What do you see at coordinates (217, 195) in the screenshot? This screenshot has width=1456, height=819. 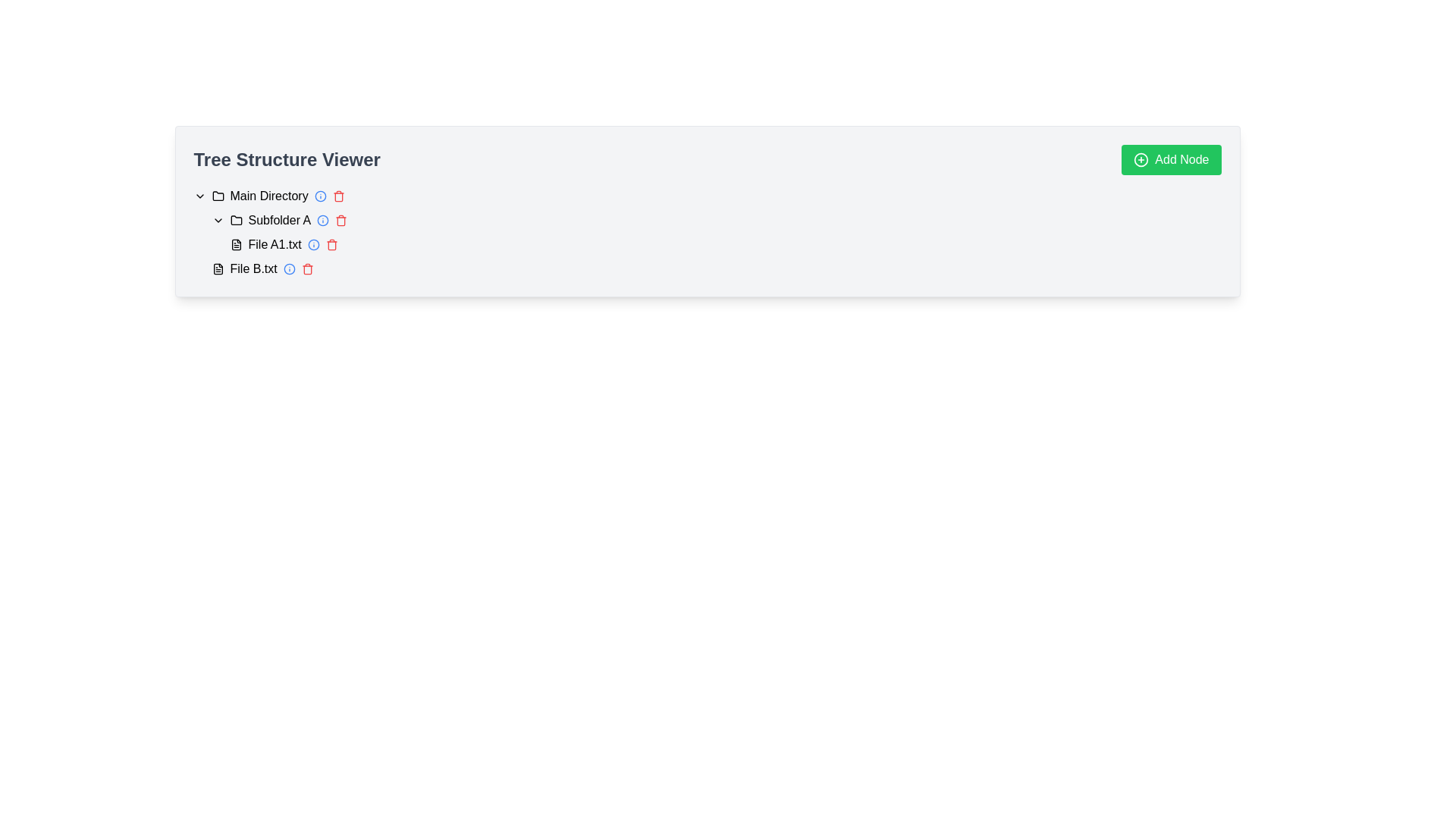 I see `the folder icon located to the left of the 'Main Directory' text` at bounding box center [217, 195].